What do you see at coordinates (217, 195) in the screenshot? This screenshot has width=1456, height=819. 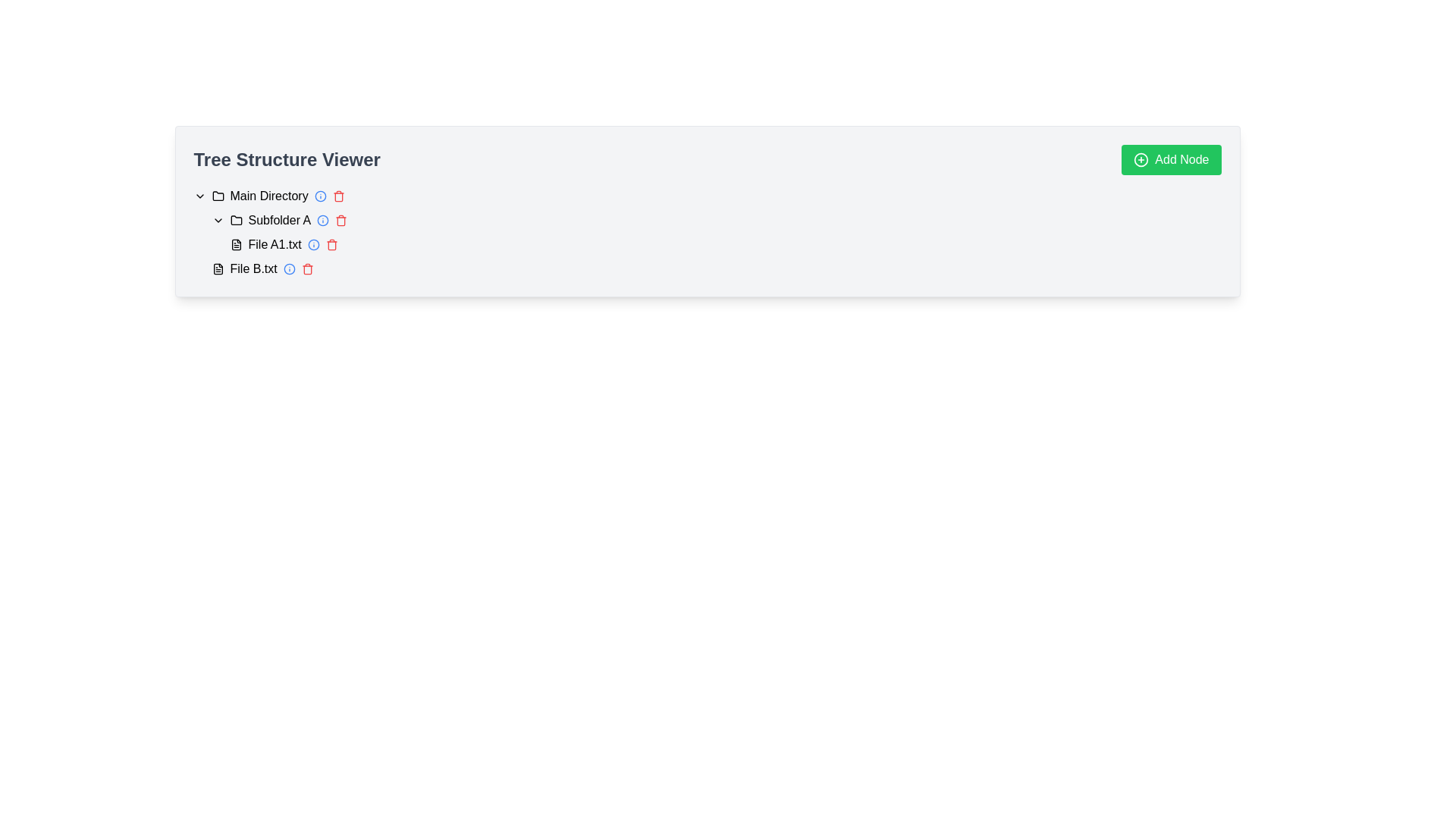 I see `the folder icon located to the left of the 'Main Directory' text` at bounding box center [217, 195].